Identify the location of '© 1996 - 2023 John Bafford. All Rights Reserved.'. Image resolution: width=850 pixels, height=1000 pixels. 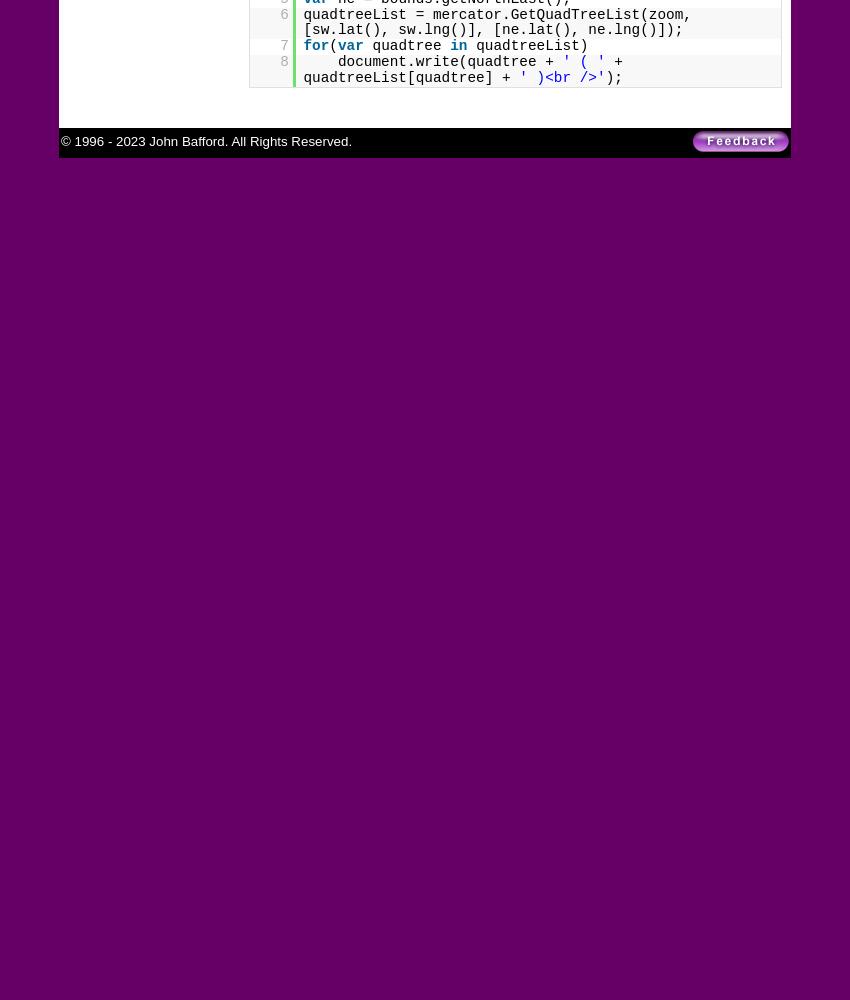
(205, 140).